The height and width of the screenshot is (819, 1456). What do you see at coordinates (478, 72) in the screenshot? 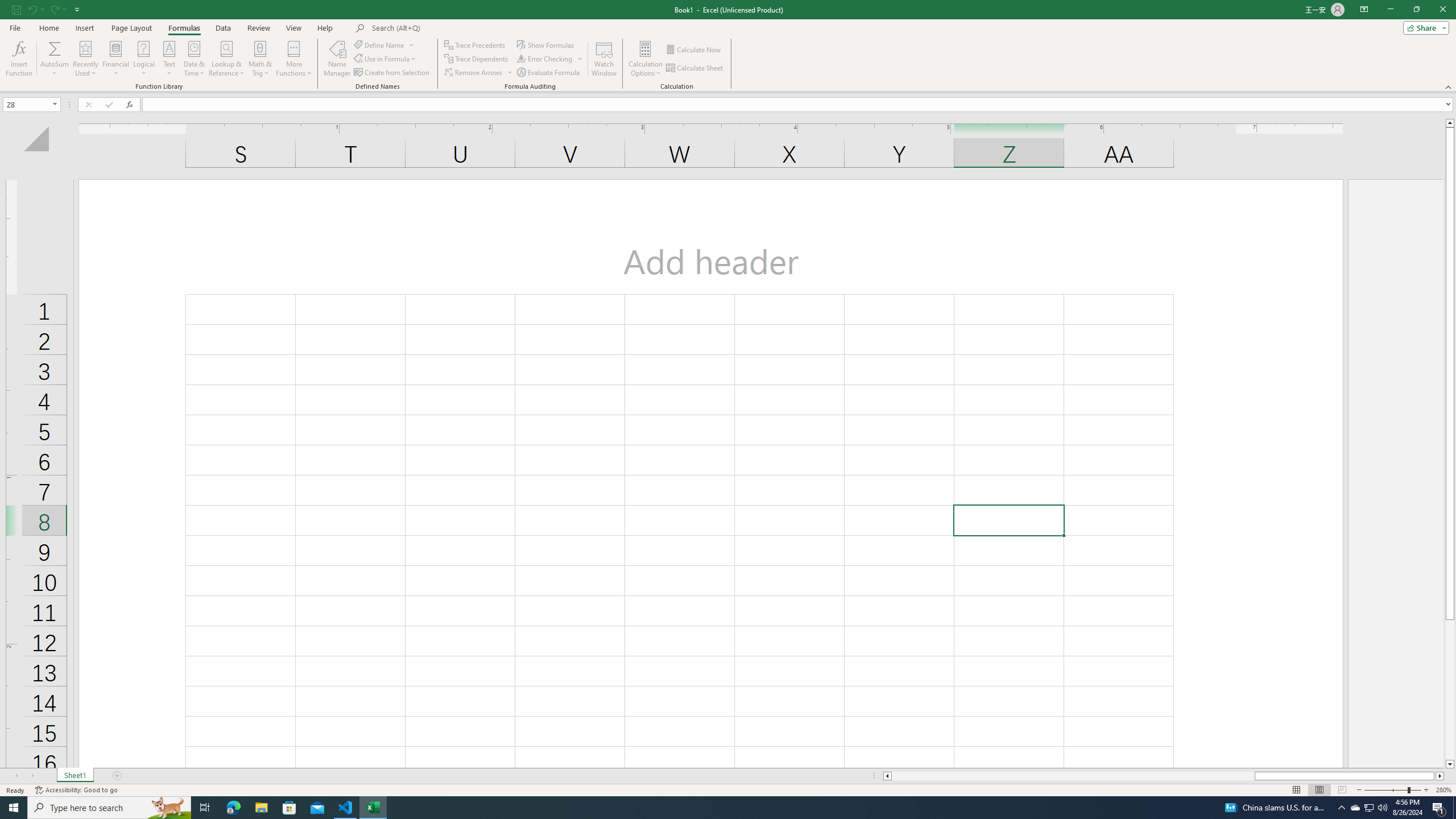
I see `'Remove Arrows'` at bounding box center [478, 72].